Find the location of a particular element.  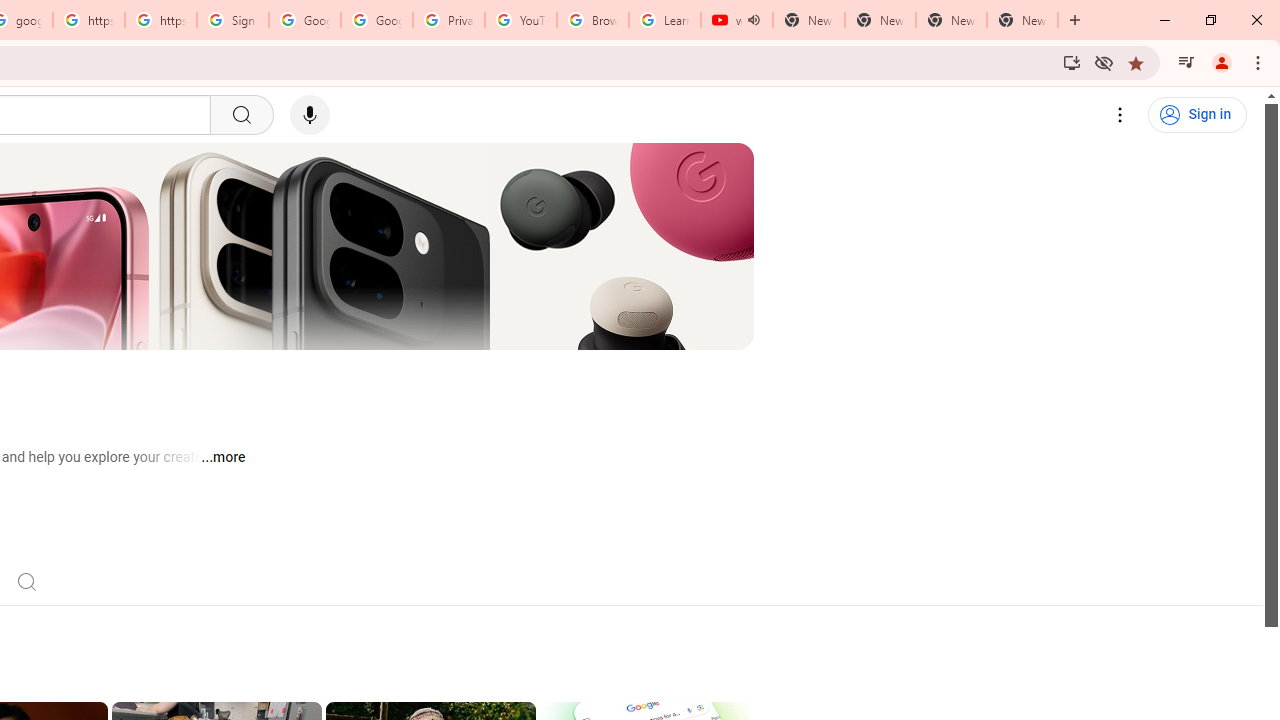

'New Tab' is located at coordinates (1022, 20).